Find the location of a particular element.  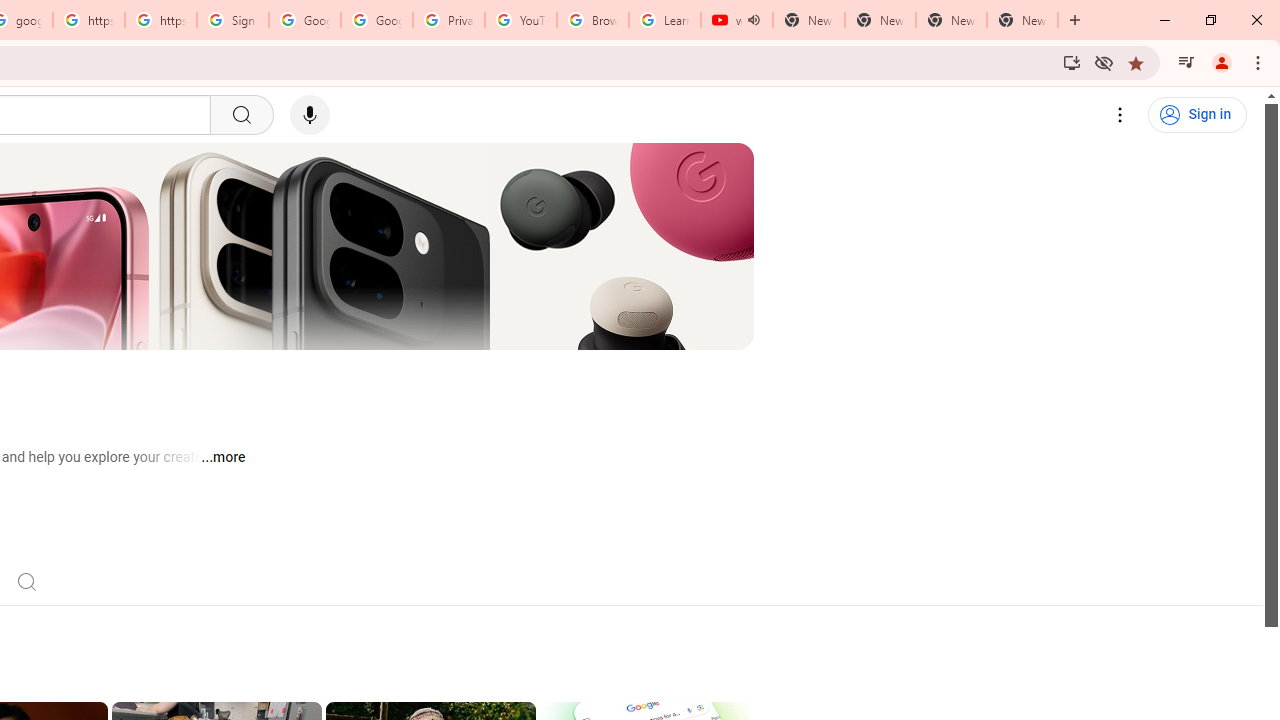

'New Tab' is located at coordinates (1022, 20).